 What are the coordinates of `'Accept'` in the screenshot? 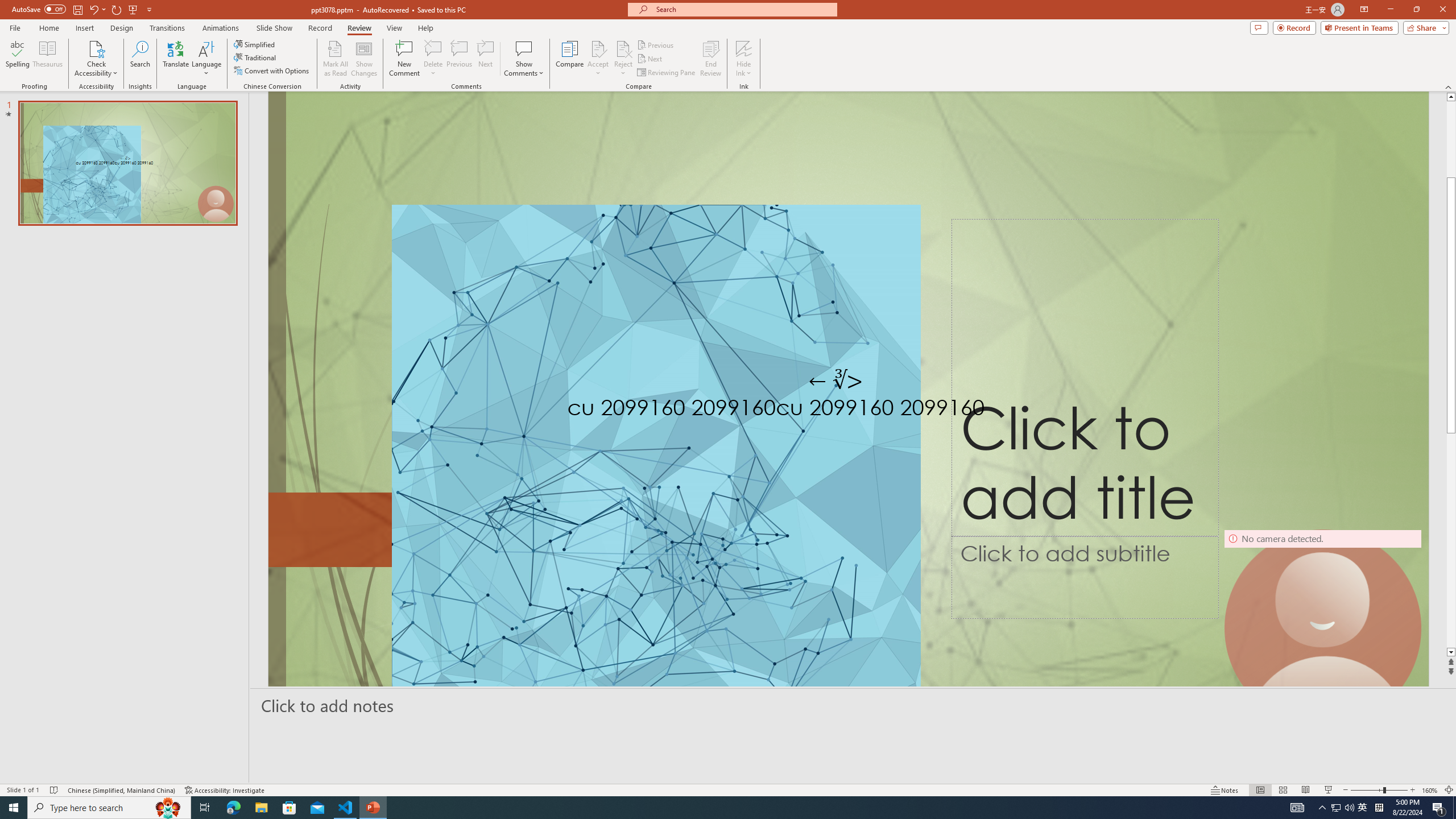 It's located at (598, 59).